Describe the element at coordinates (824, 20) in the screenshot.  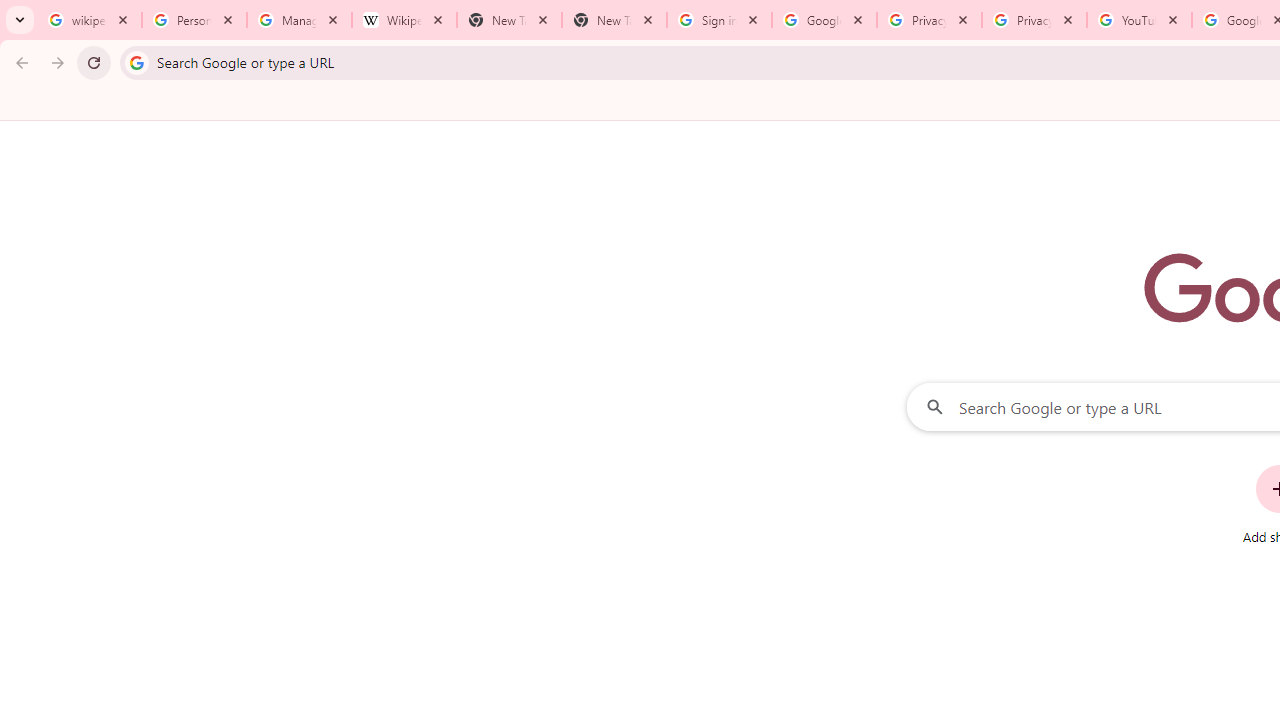
I see `'Google Drive: Sign-in'` at that location.